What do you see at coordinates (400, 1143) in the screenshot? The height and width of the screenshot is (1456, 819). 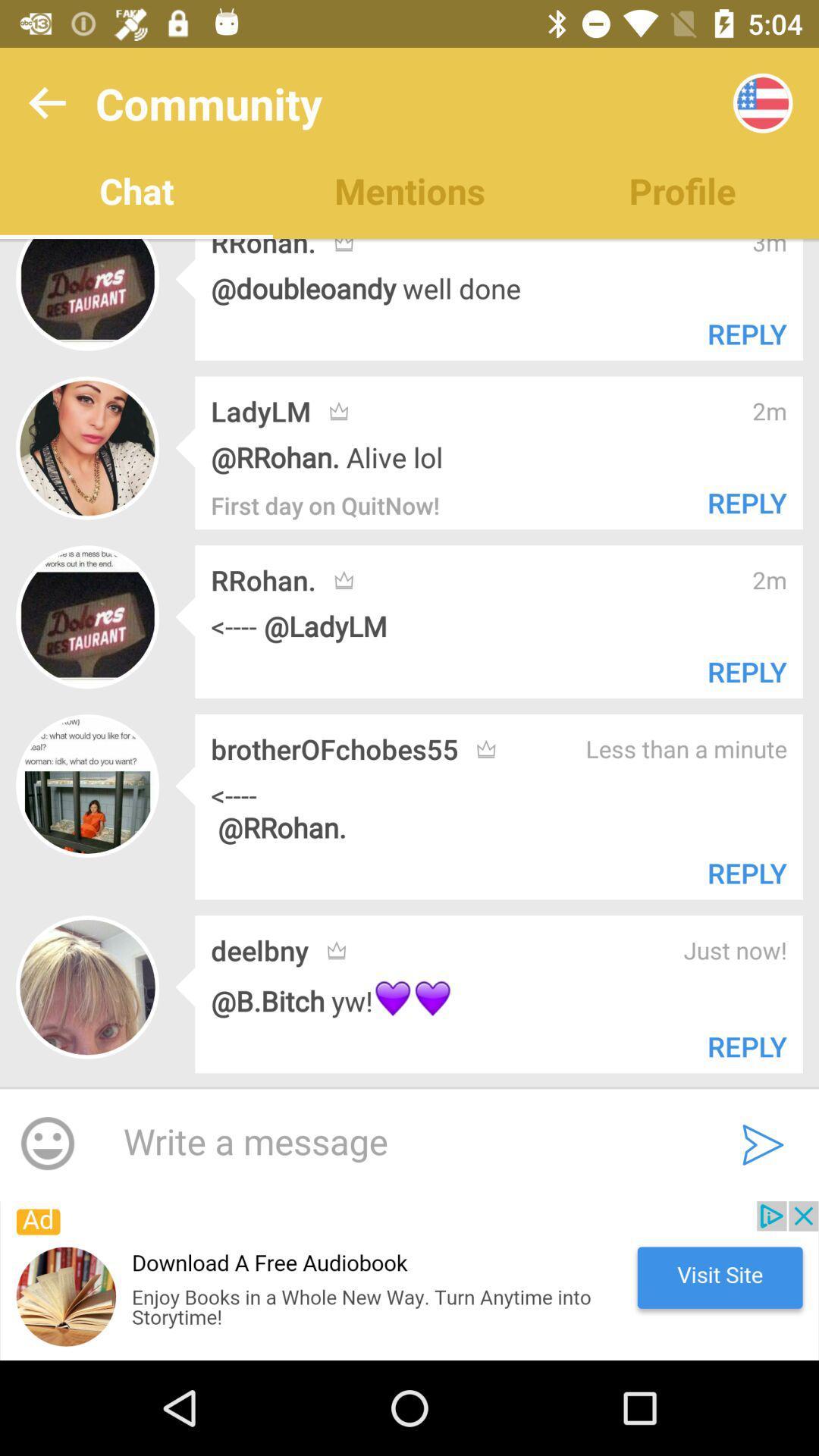 I see `write message here` at bounding box center [400, 1143].